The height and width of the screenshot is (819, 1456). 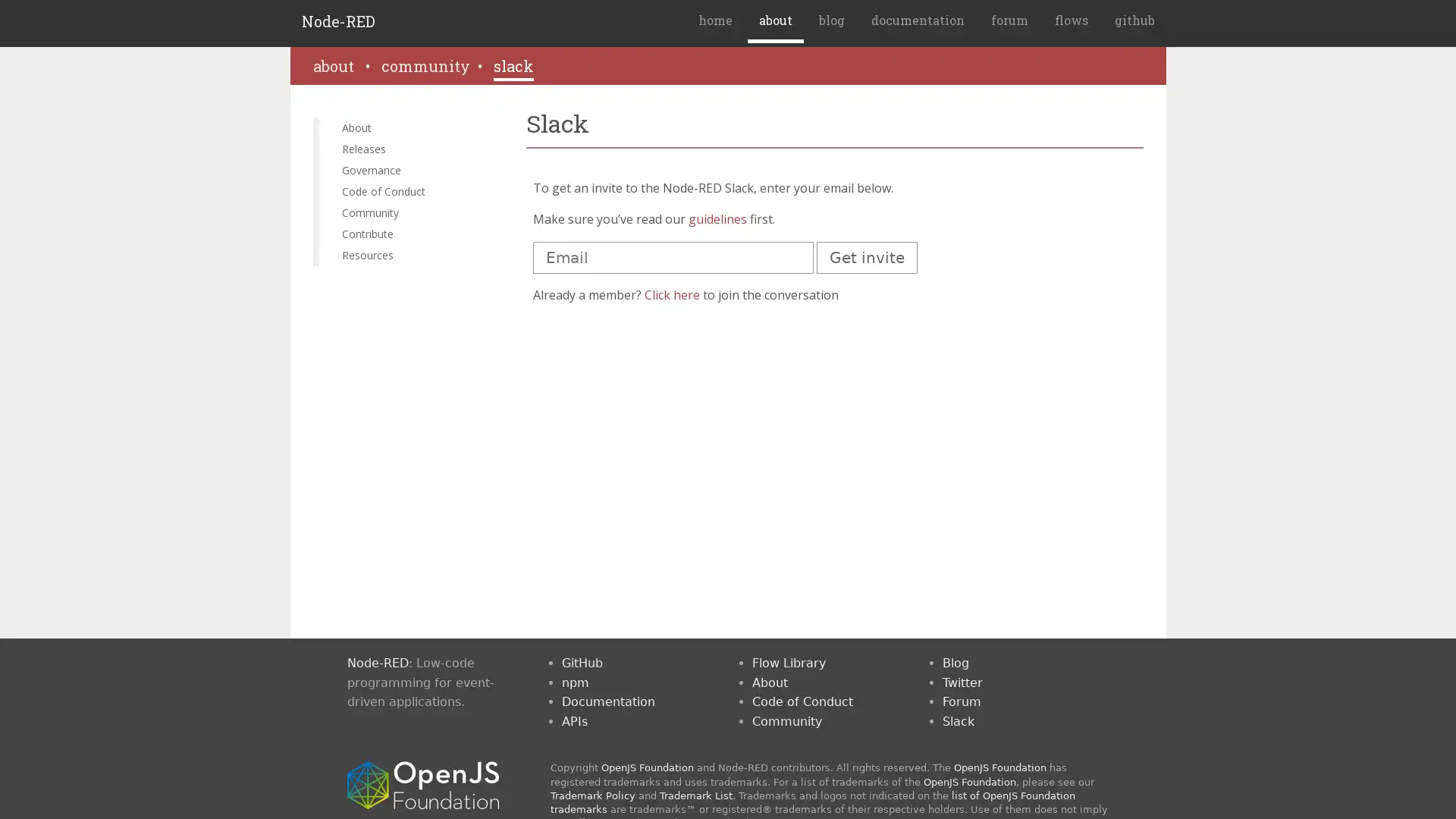 I want to click on Get invite, so click(x=867, y=256).